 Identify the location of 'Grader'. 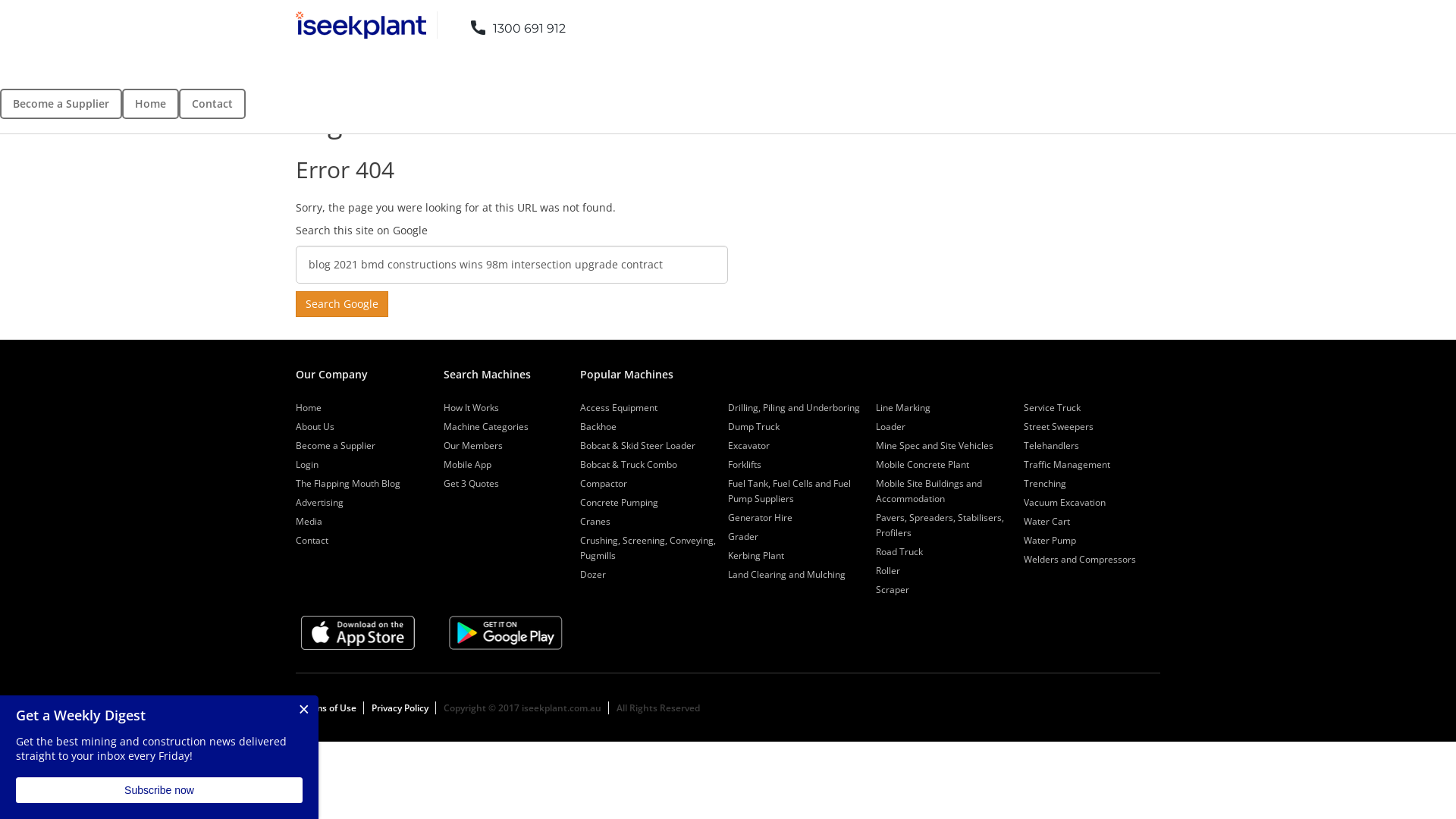
(728, 535).